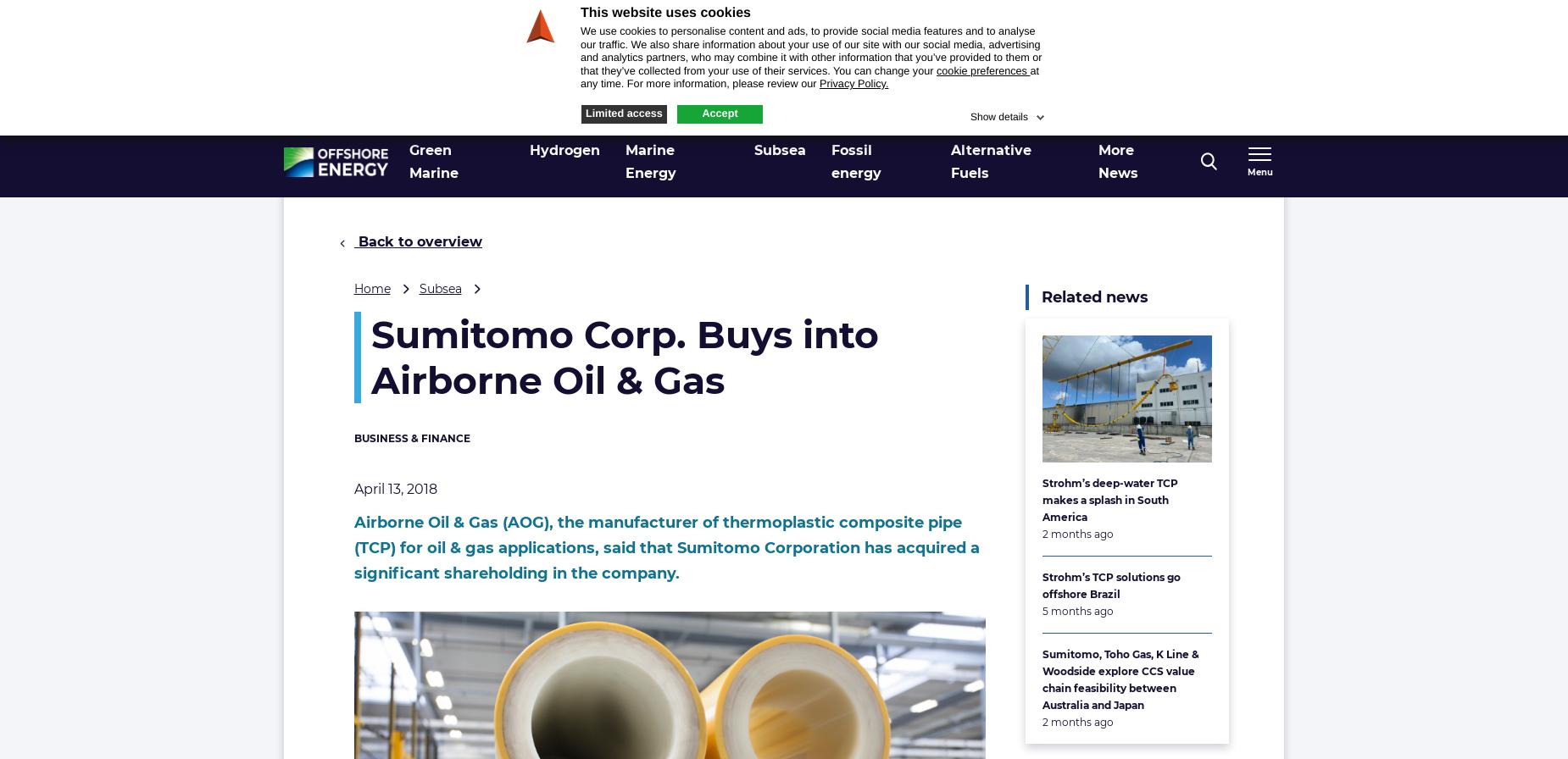 This screenshot has width=1568, height=759. I want to click on 'Advertisement', so click(1054, 77).